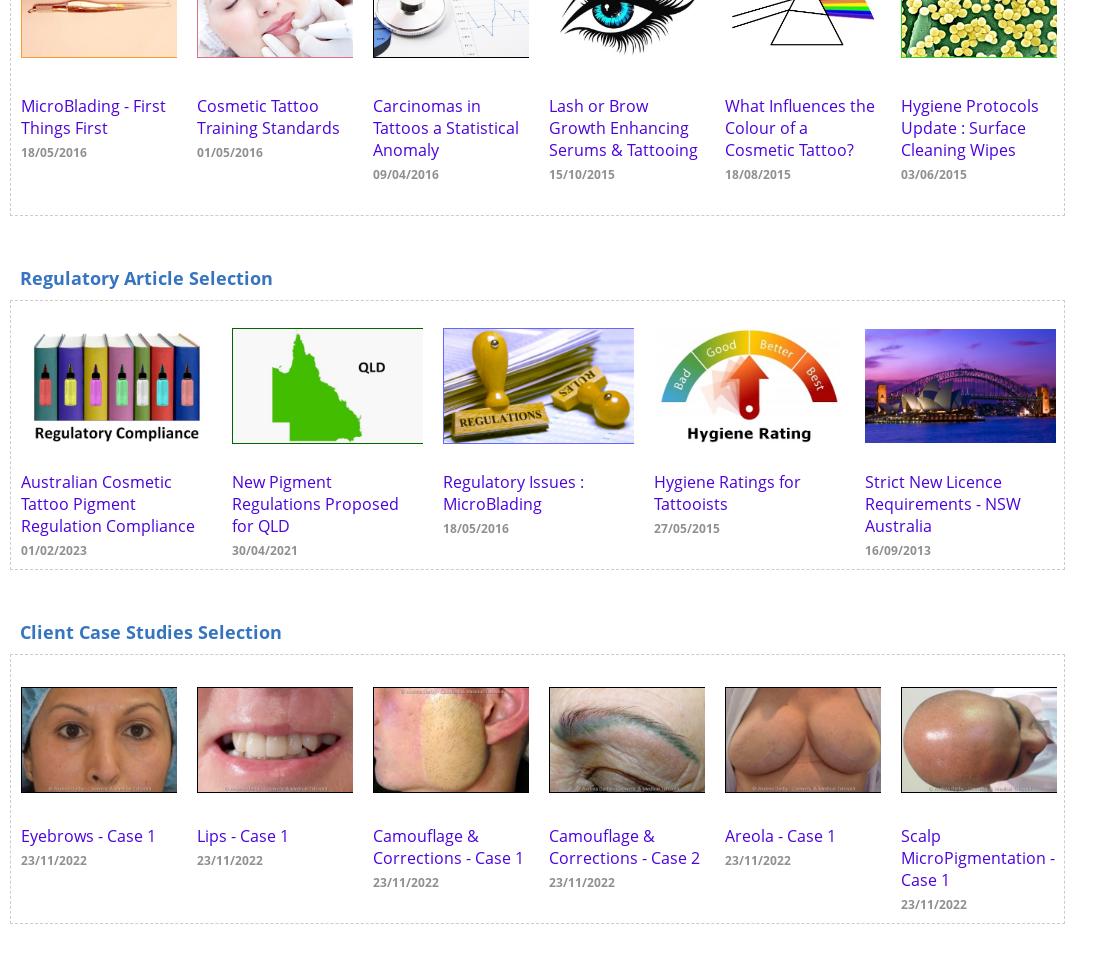 Image resolution: width=1096 pixels, height=960 pixels. Describe the element at coordinates (146, 275) in the screenshot. I see `'Regulatory Article Selection'` at that location.